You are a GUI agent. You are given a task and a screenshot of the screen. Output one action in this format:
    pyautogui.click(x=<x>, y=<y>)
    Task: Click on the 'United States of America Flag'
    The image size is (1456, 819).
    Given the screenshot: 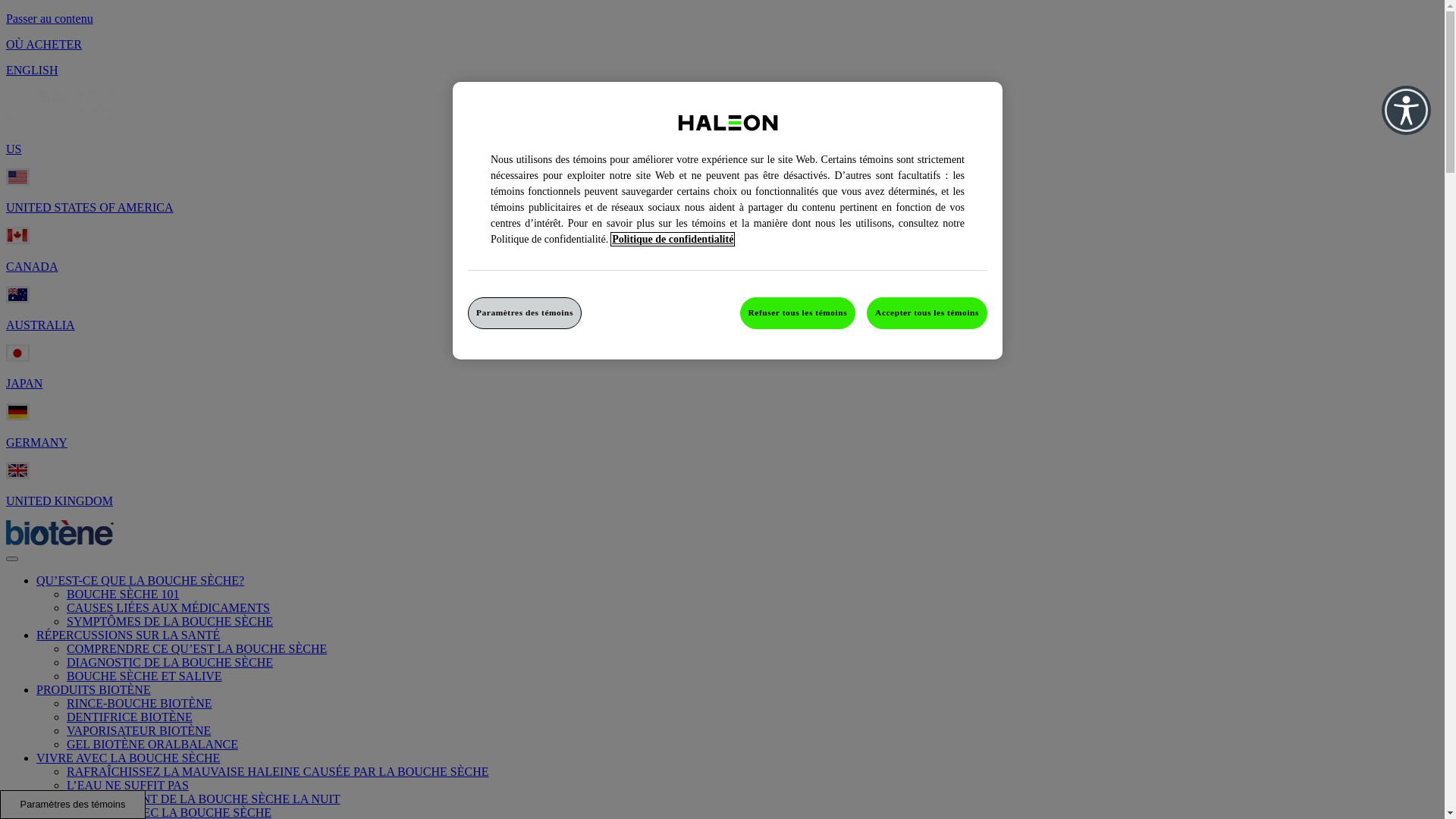 What is the action you would take?
    pyautogui.click(x=17, y=176)
    